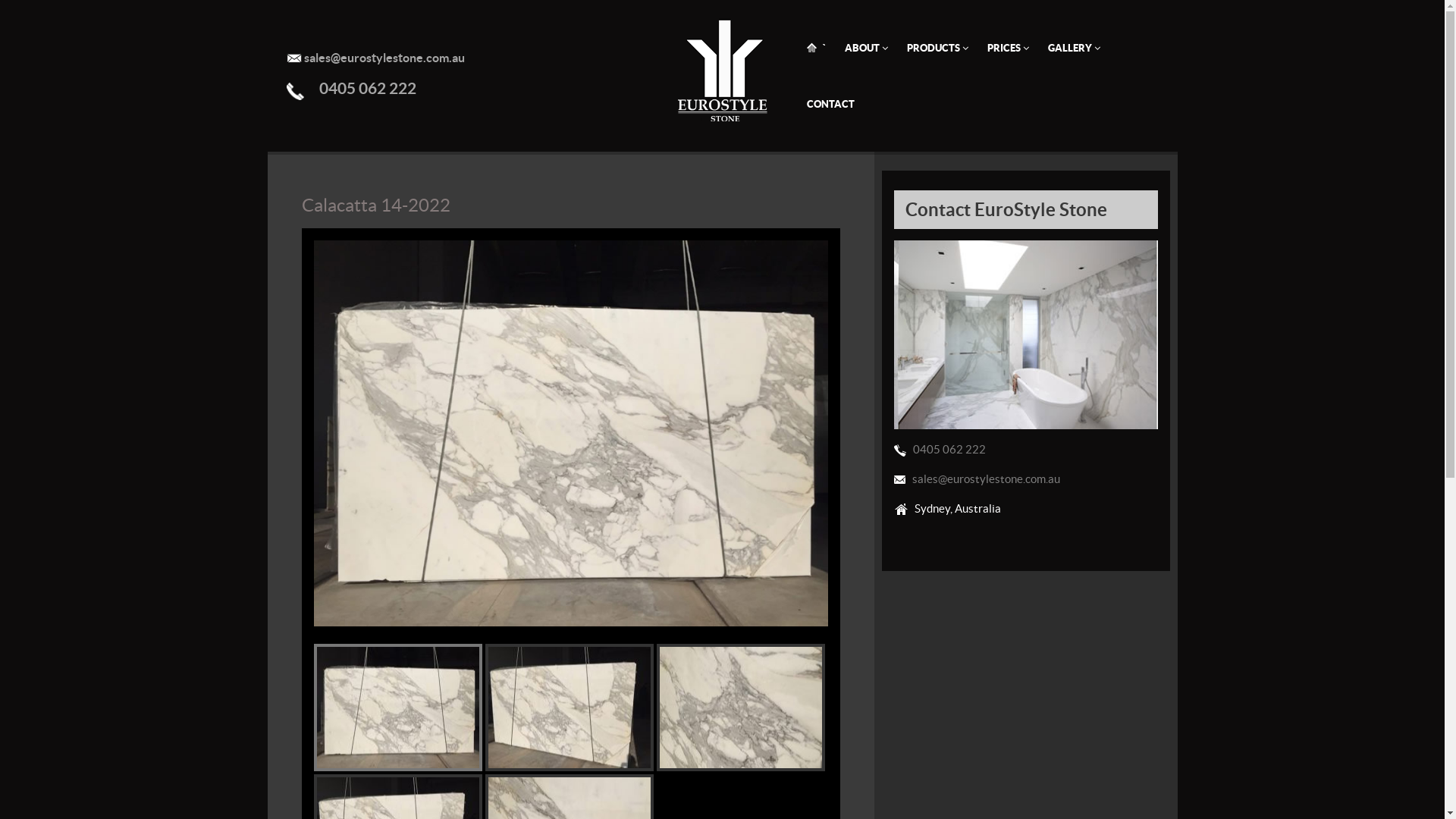  I want to click on 'Euro Style Stone - Home Page', so click(722, 70).